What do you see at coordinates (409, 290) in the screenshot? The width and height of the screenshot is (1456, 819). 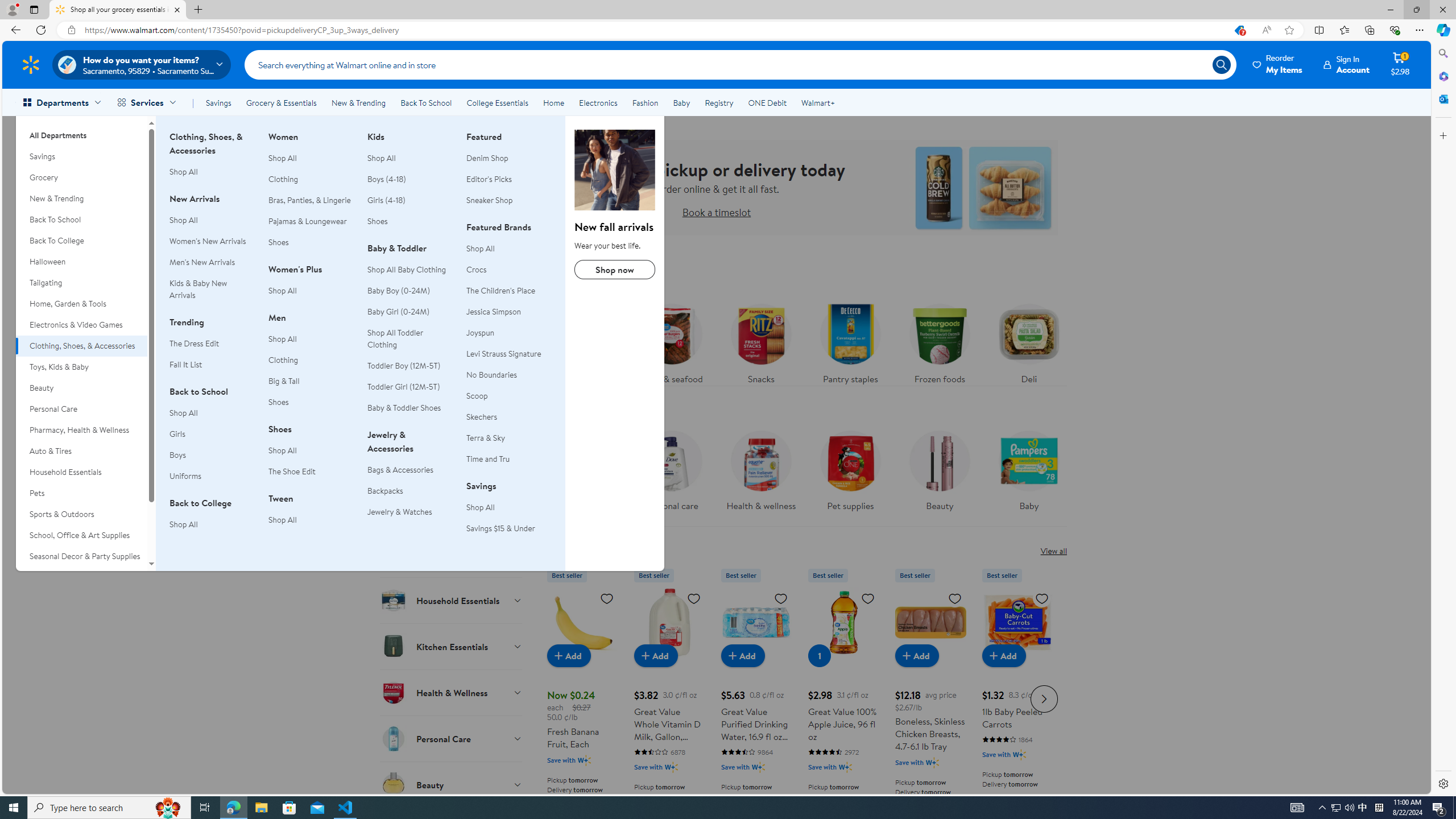 I see `'Baby Boy (0-24M)'` at bounding box center [409, 290].